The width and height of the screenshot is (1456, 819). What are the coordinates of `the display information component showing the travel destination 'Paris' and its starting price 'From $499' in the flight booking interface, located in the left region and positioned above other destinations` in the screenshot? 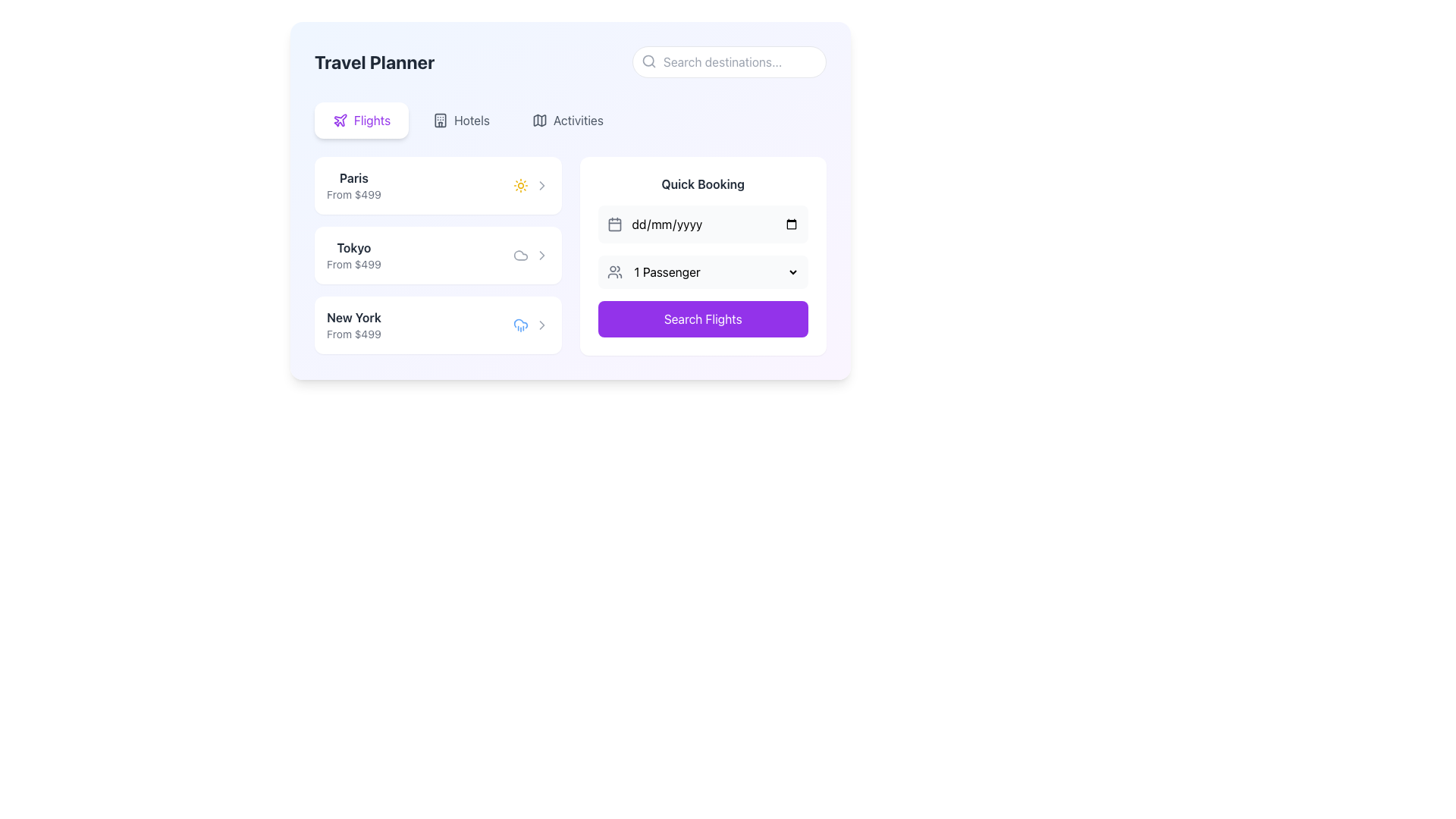 It's located at (353, 185).